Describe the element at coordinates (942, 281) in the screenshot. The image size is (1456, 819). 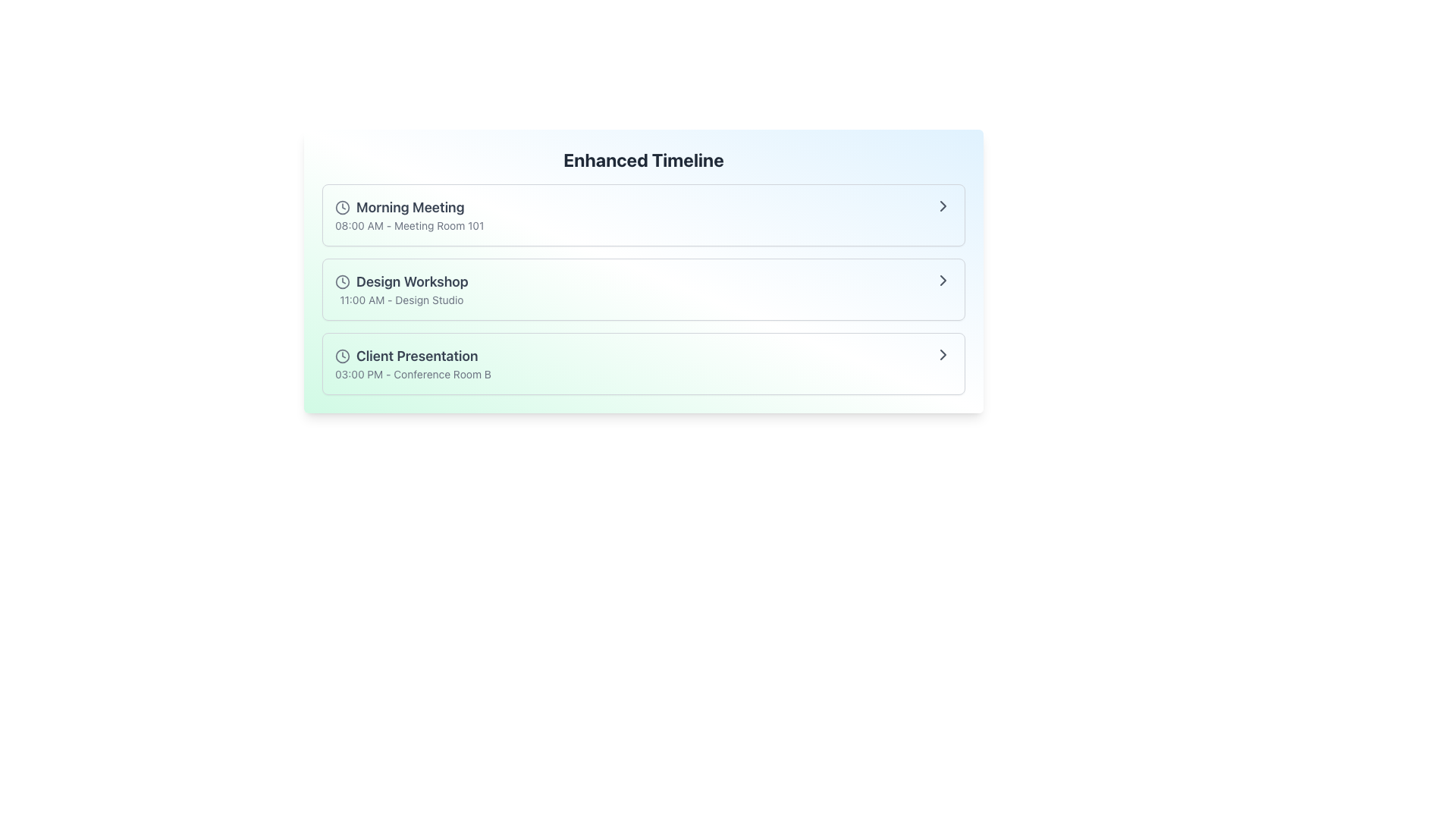
I see `the rightmost button in the 'Design Workshop' entry of the timeline interface` at that location.